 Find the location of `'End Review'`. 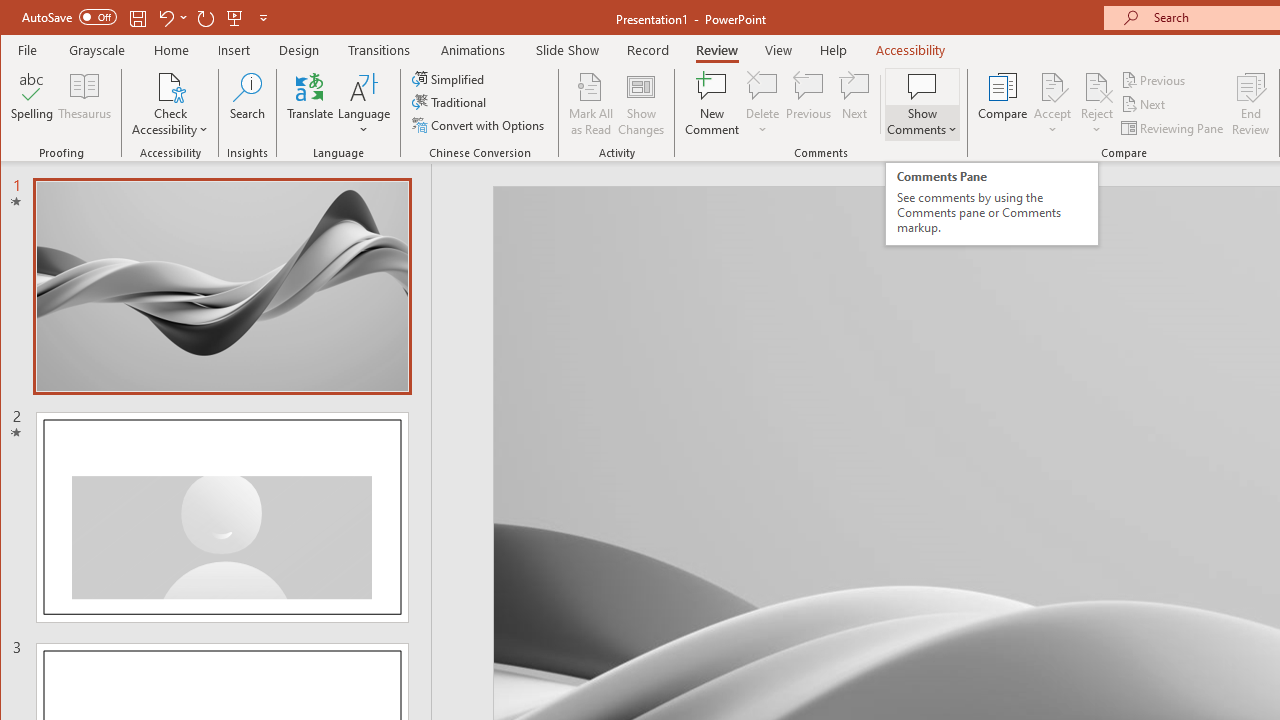

'End Review' is located at coordinates (1250, 104).